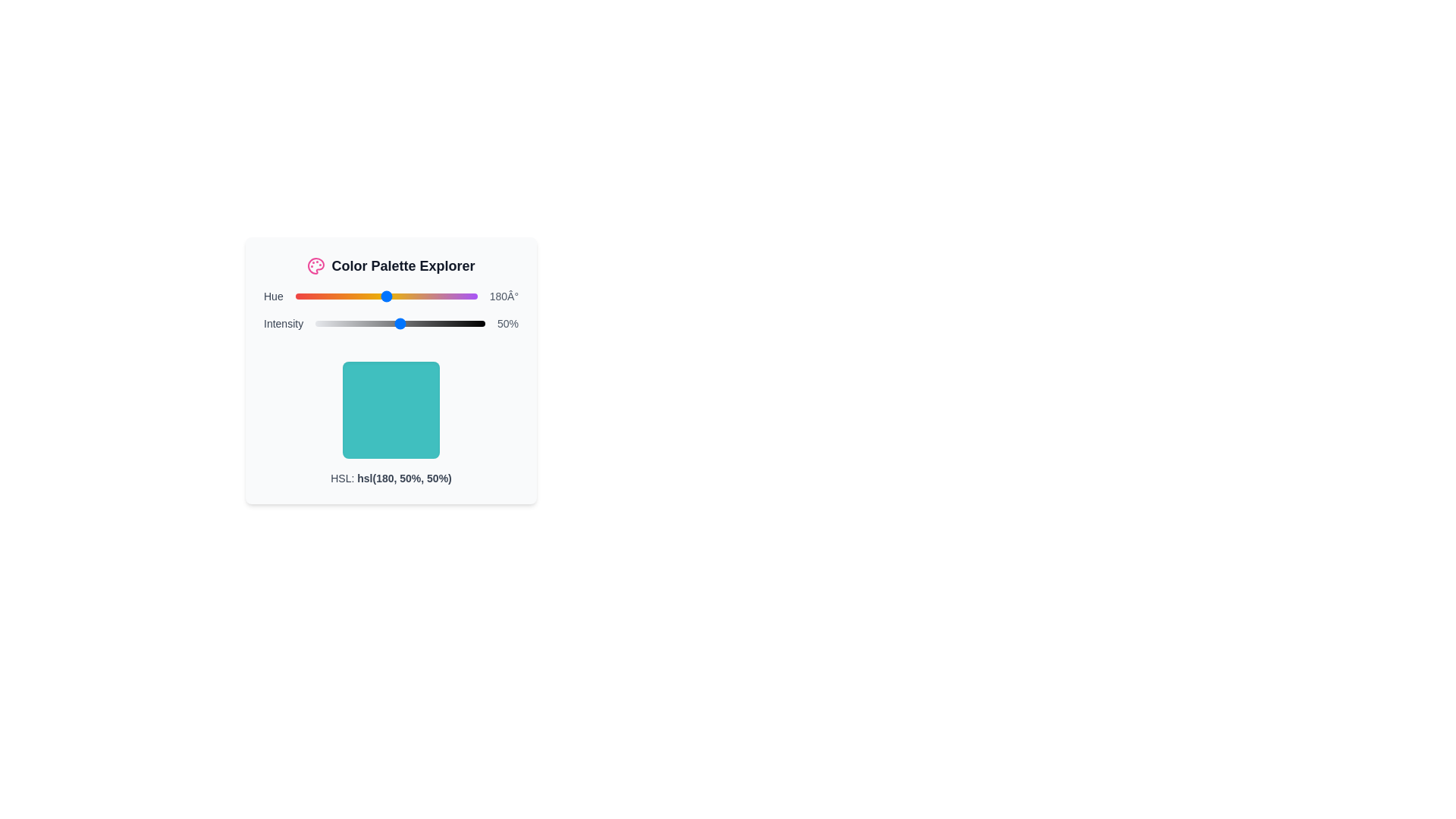 This screenshot has width=1456, height=819. What do you see at coordinates (316, 296) in the screenshot?
I see `the hue slider to set the hue to 44 degrees` at bounding box center [316, 296].